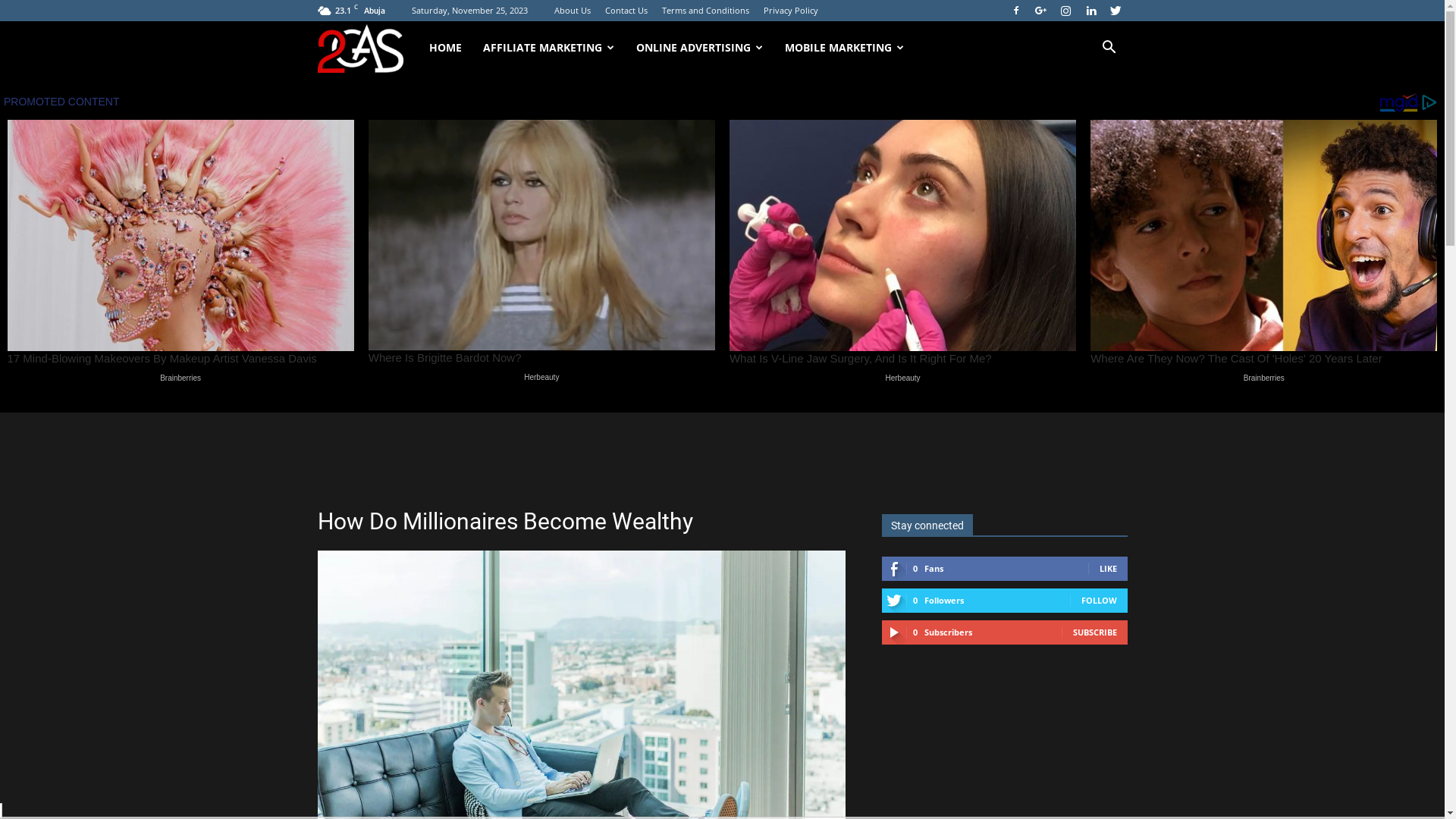 The image size is (1456, 819). What do you see at coordinates (1108, 568) in the screenshot?
I see `'LIKE'` at bounding box center [1108, 568].